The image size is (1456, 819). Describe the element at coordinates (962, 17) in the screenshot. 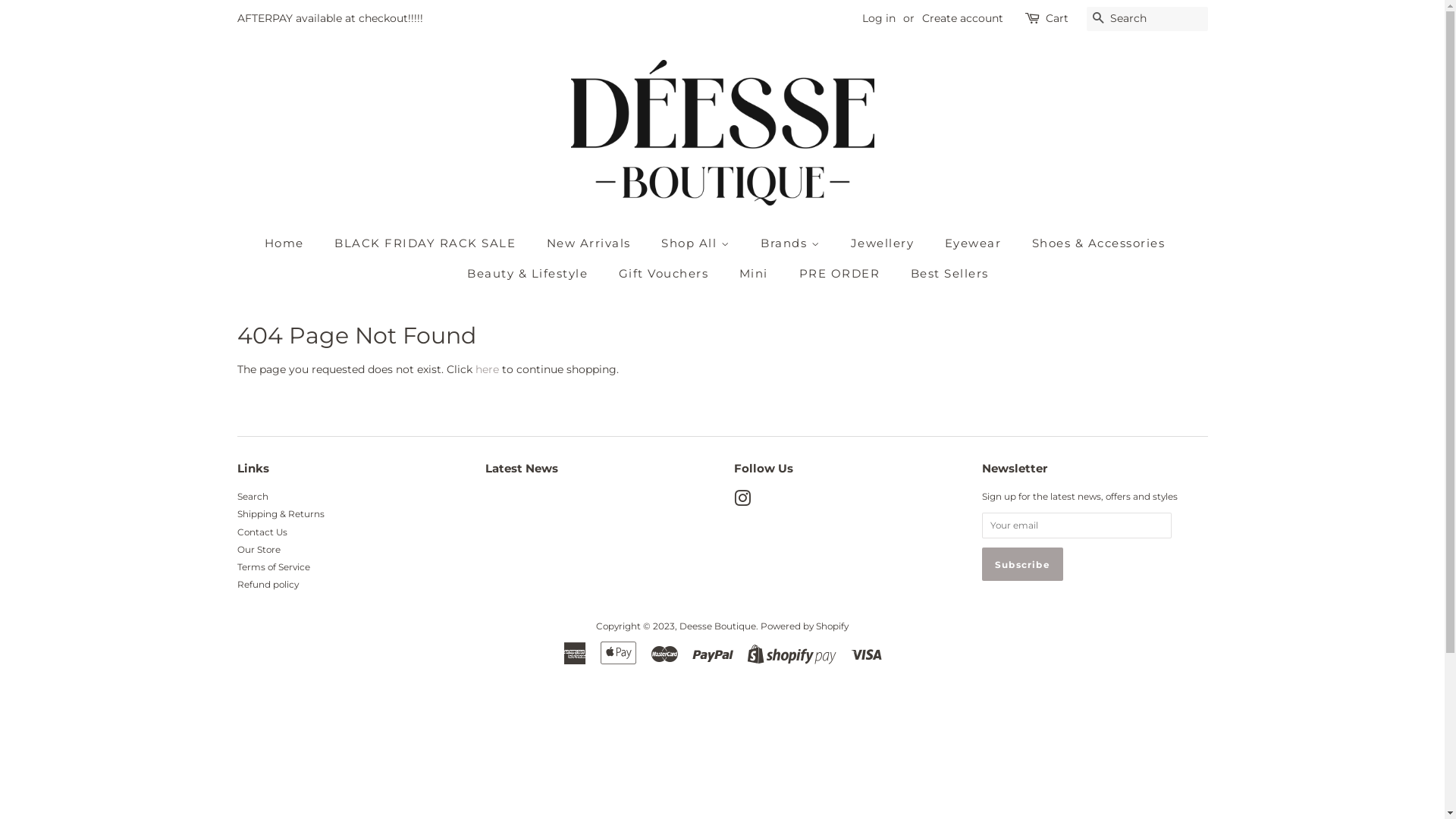

I see `'Create account'` at that location.